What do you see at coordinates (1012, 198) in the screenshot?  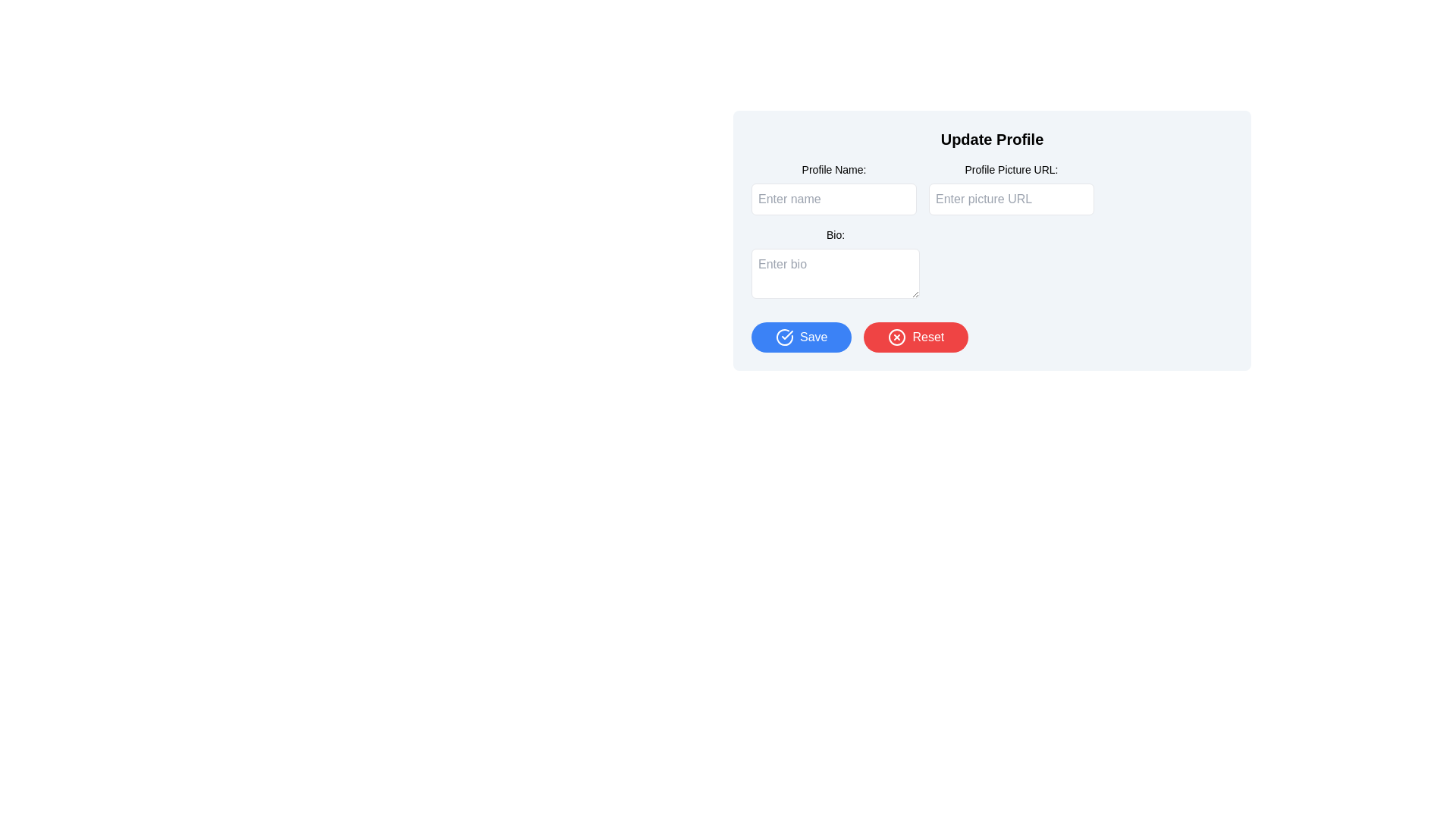 I see `the text input field for the Profile Picture URL, located in the right column under the label 'Profile Picture URL:'` at bounding box center [1012, 198].